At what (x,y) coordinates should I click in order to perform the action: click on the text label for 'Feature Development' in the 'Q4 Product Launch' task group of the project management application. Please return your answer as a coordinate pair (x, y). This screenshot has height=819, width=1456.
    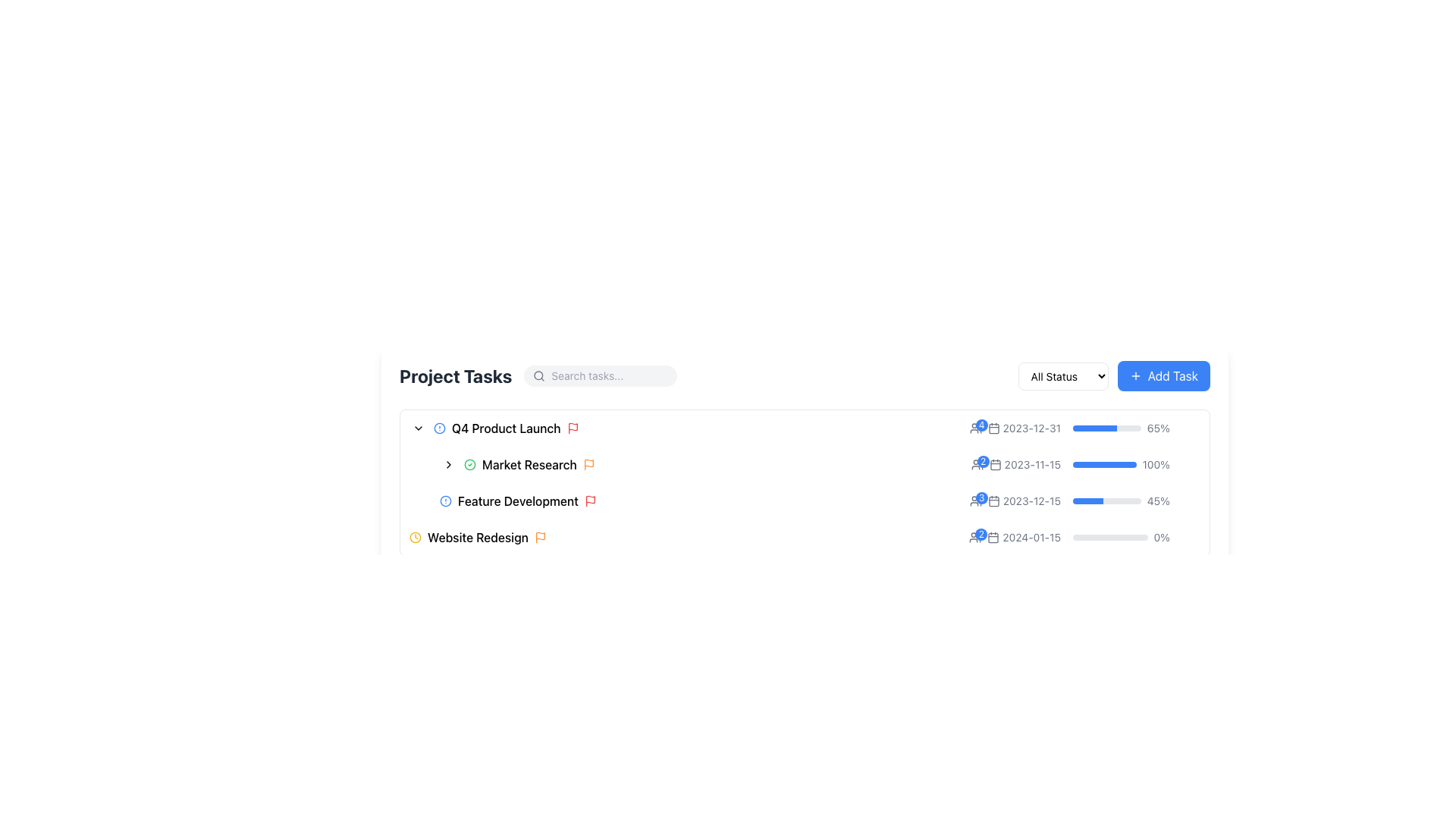
    Looking at the image, I should click on (518, 500).